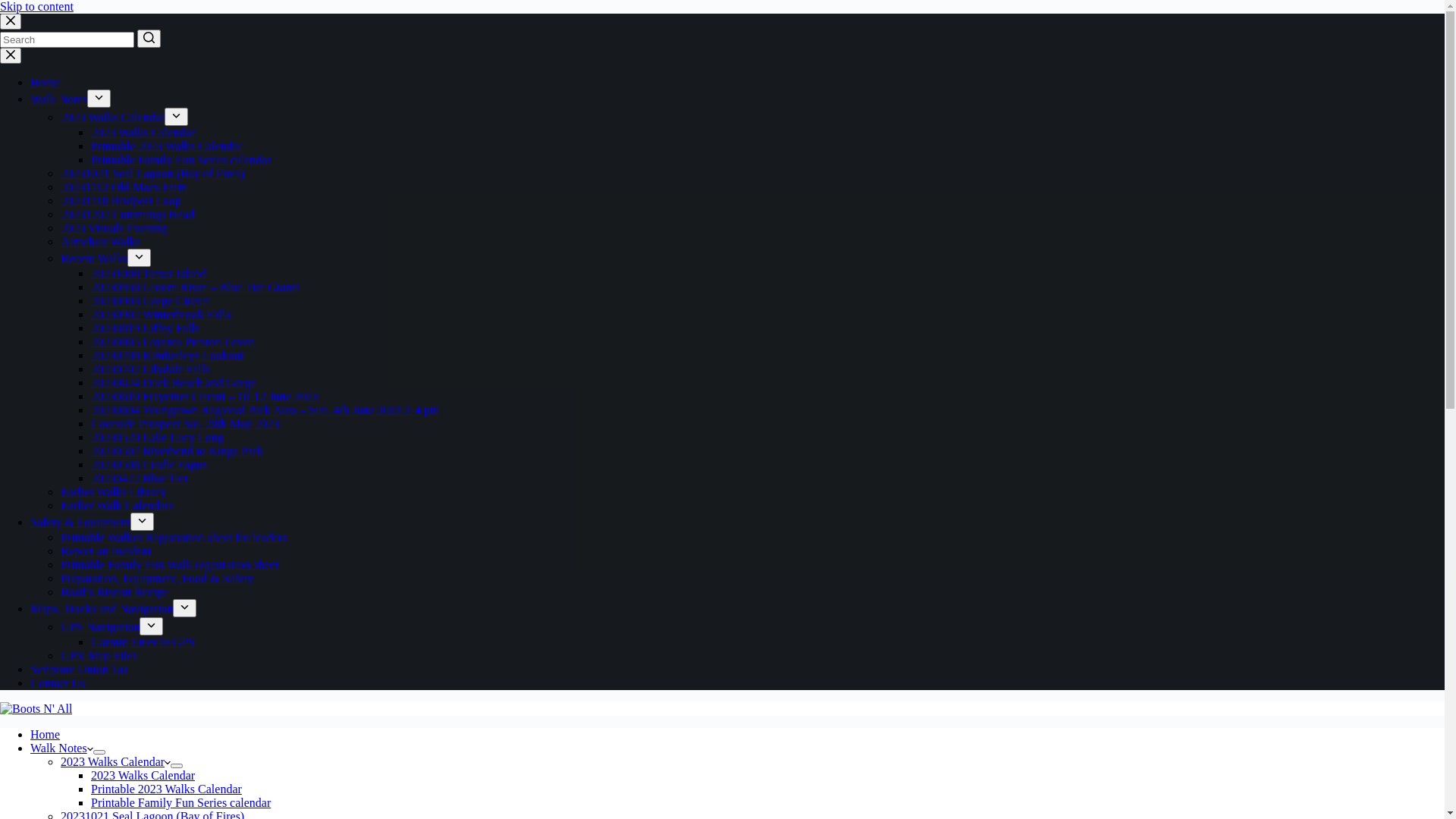 The image size is (1456, 819). Describe the element at coordinates (149, 300) in the screenshot. I see `'20230903 Gorge Circuit'` at that location.